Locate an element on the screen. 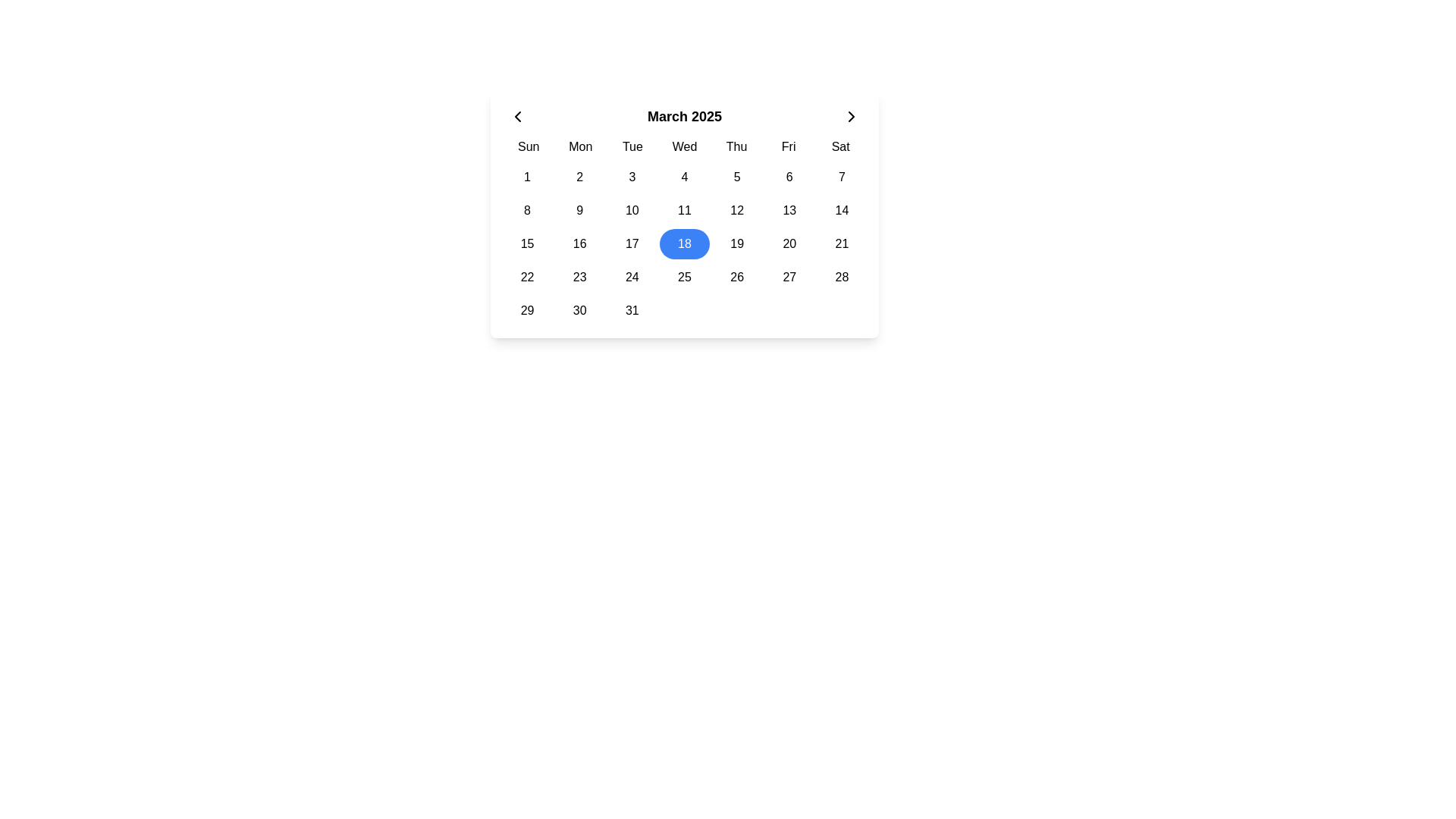  the leftward chevron arrow button located in the top-left corner of the calendar interface is located at coordinates (517, 116).